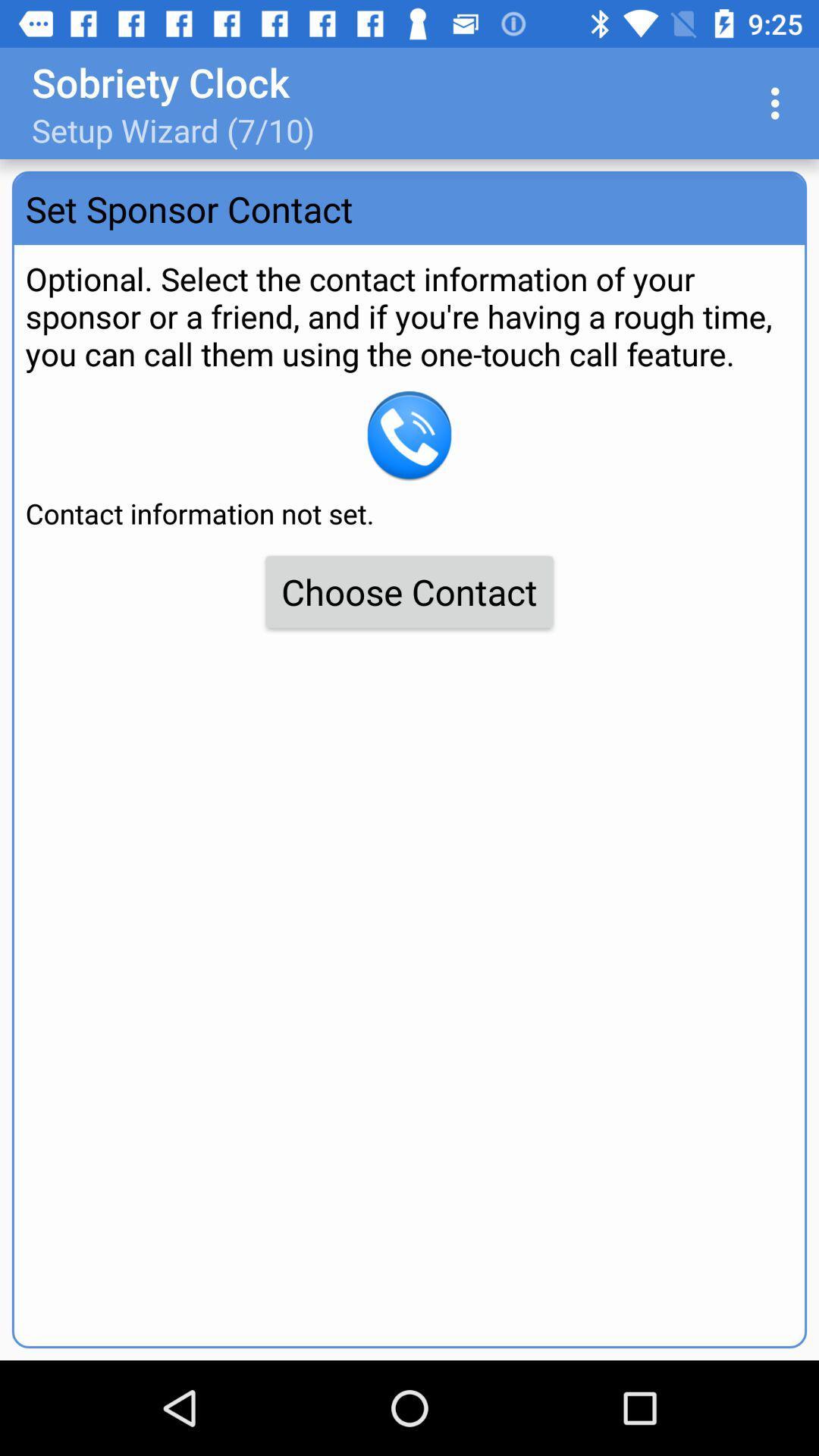 The height and width of the screenshot is (1456, 819). Describe the element at coordinates (409, 591) in the screenshot. I see `the choose contact icon` at that location.